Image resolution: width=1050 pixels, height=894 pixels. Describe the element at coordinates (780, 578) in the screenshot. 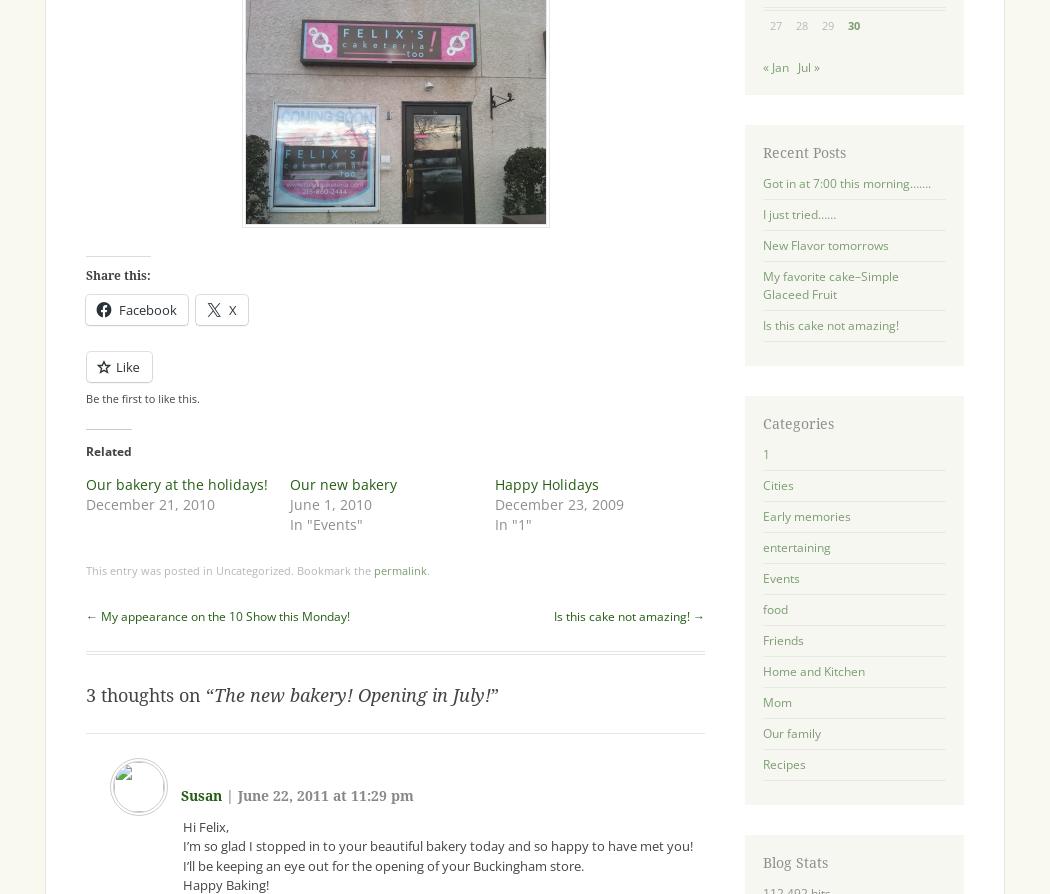

I see `'Events'` at that location.